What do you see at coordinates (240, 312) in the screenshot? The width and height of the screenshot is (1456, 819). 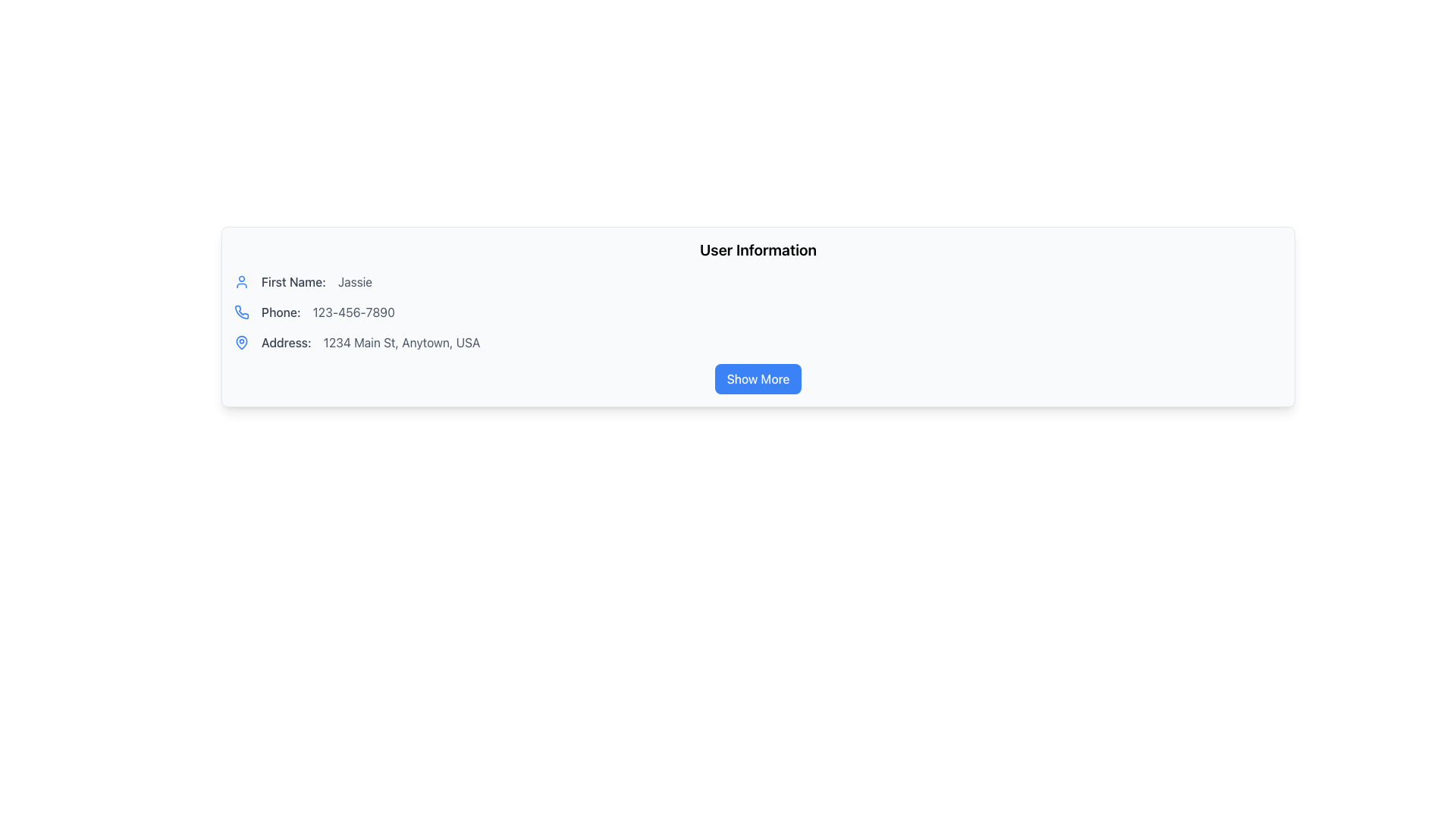 I see `the phone contact information icon located at the top-left corner of the contextual group under the 'Phone' label, immediately left of the 'Phone:' label and the phone number text` at bounding box center [240, 312].